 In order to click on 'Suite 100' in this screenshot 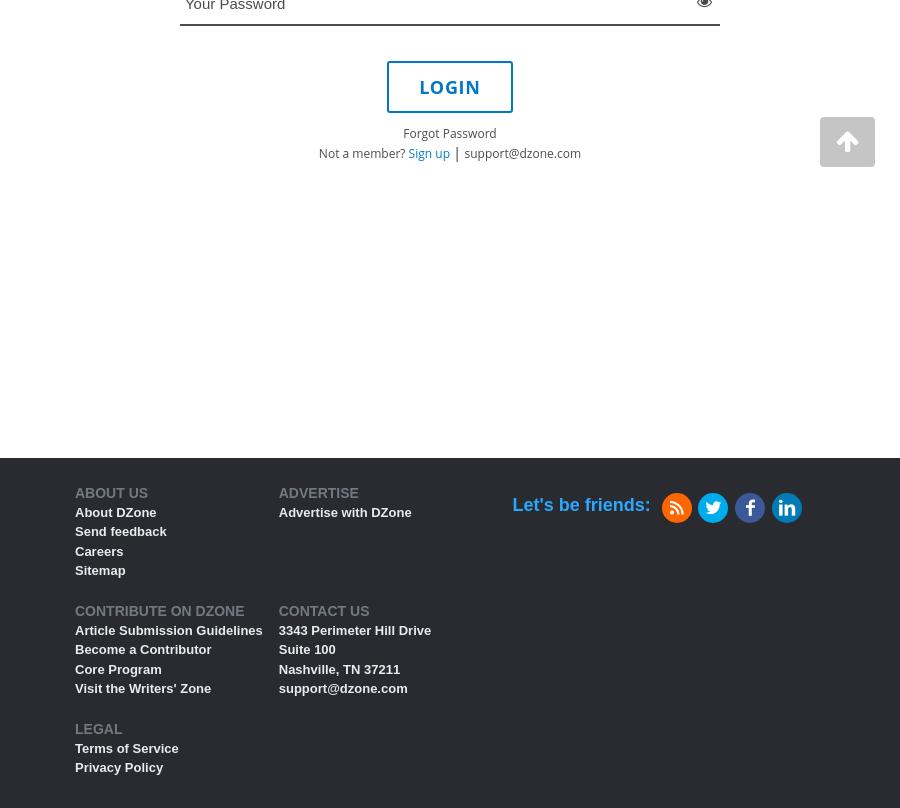, I will do `click(305, 649)`.